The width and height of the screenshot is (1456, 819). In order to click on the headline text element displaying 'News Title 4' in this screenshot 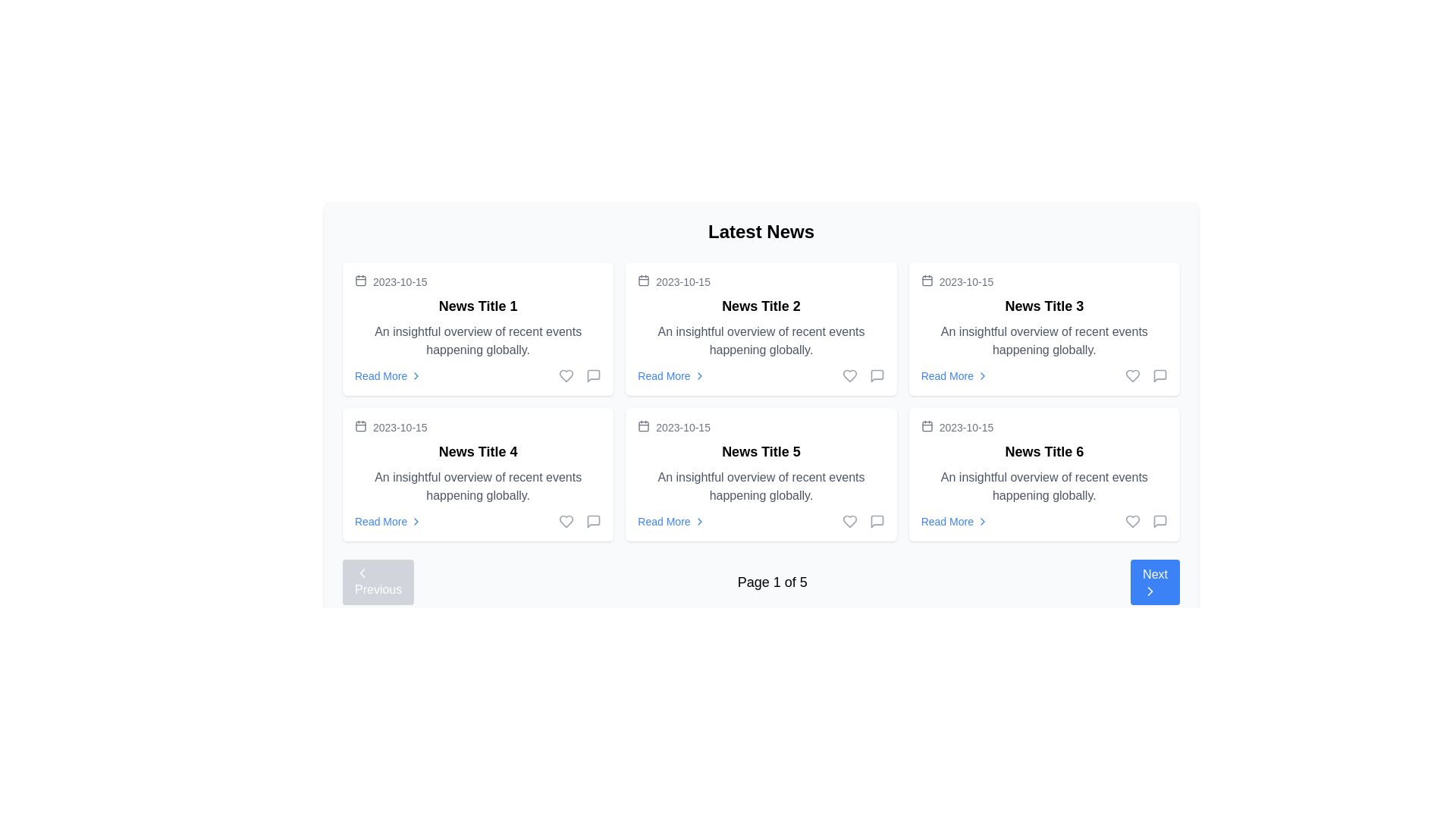, I will do `click(477, 451)`.